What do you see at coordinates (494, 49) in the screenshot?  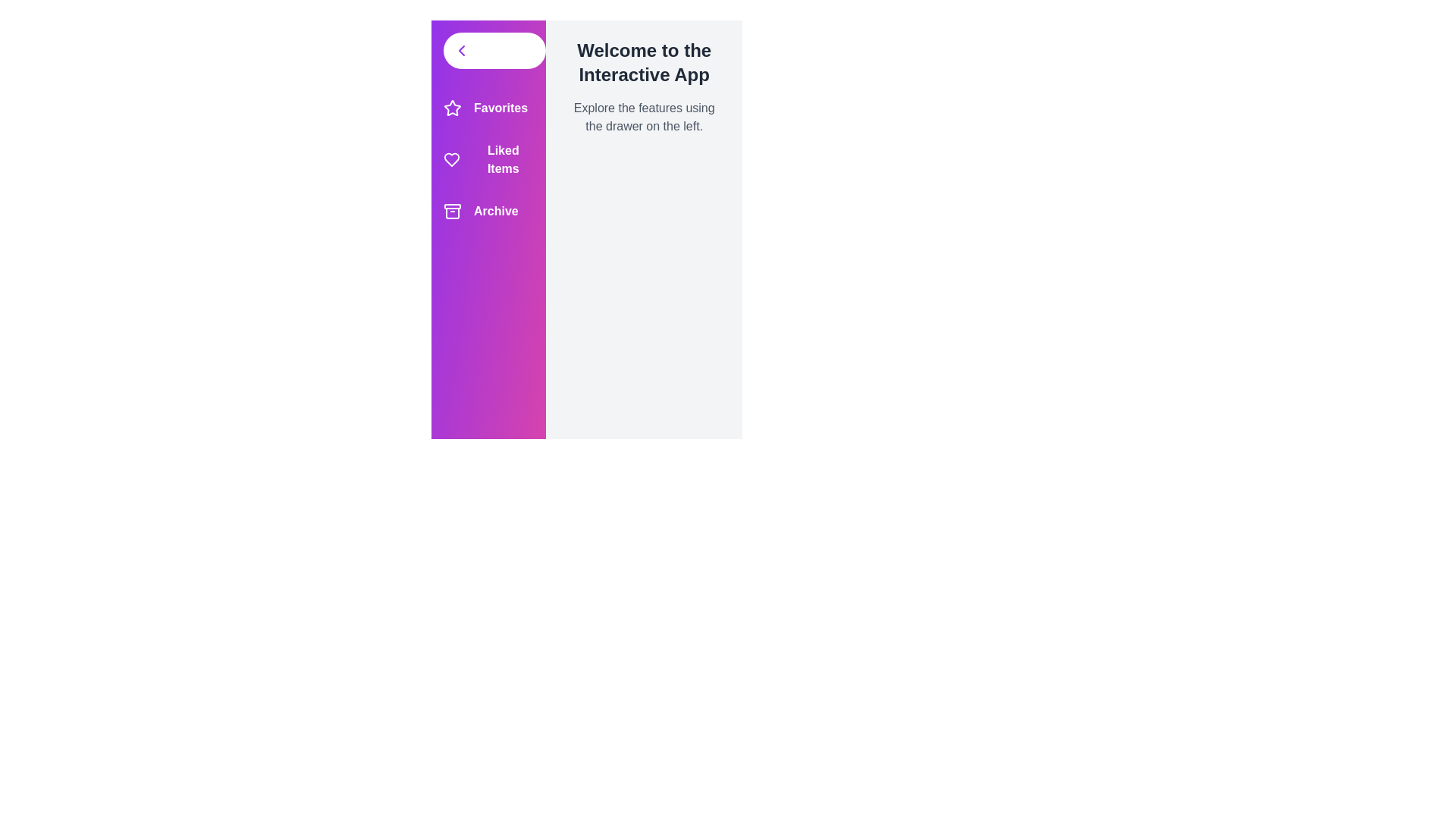 I see `the toggle button to change the drawer state` at bounding box center [494, 49].